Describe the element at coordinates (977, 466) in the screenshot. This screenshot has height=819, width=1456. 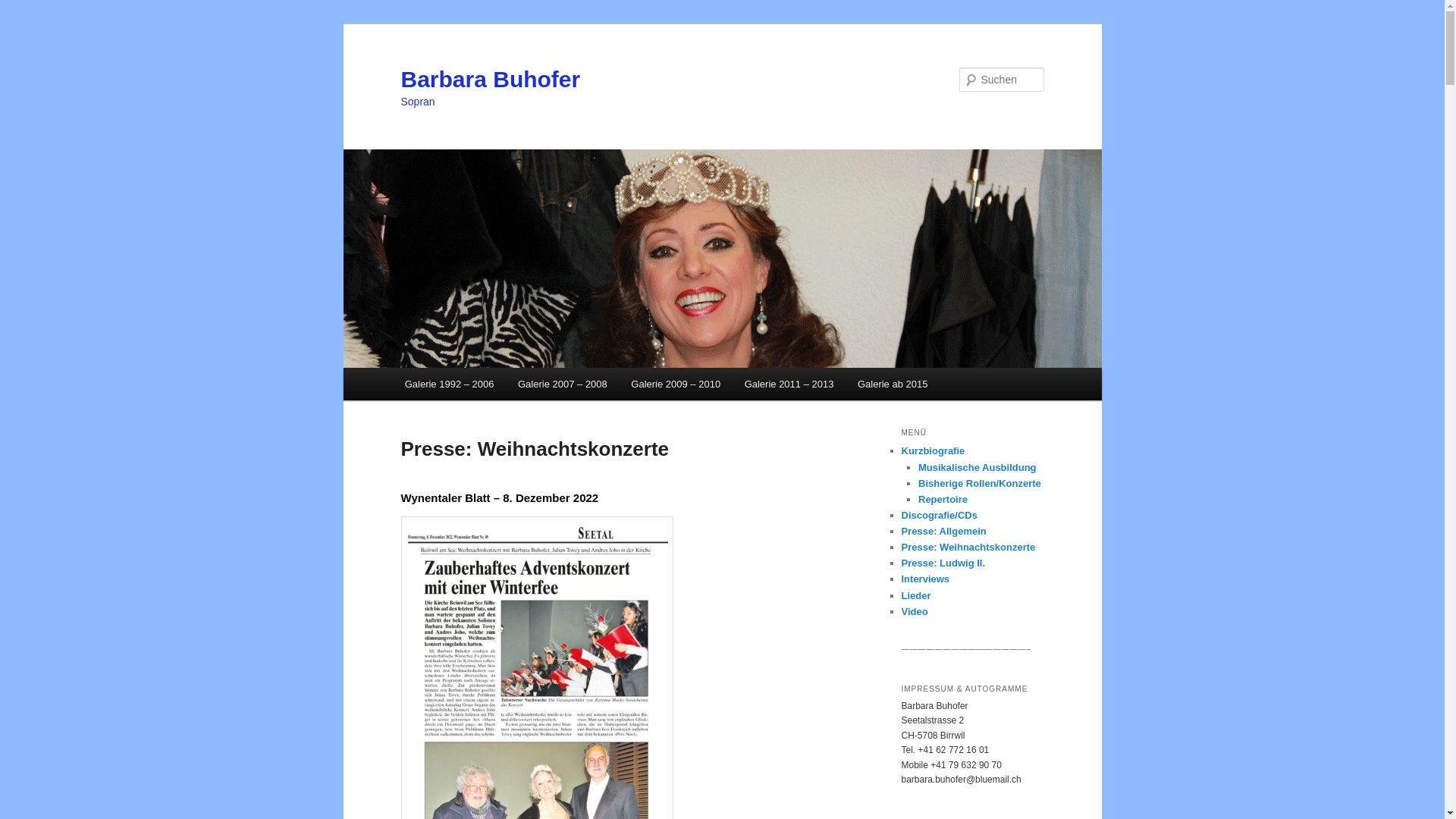
I see `'Musikalische Ausbildung'` at that location.